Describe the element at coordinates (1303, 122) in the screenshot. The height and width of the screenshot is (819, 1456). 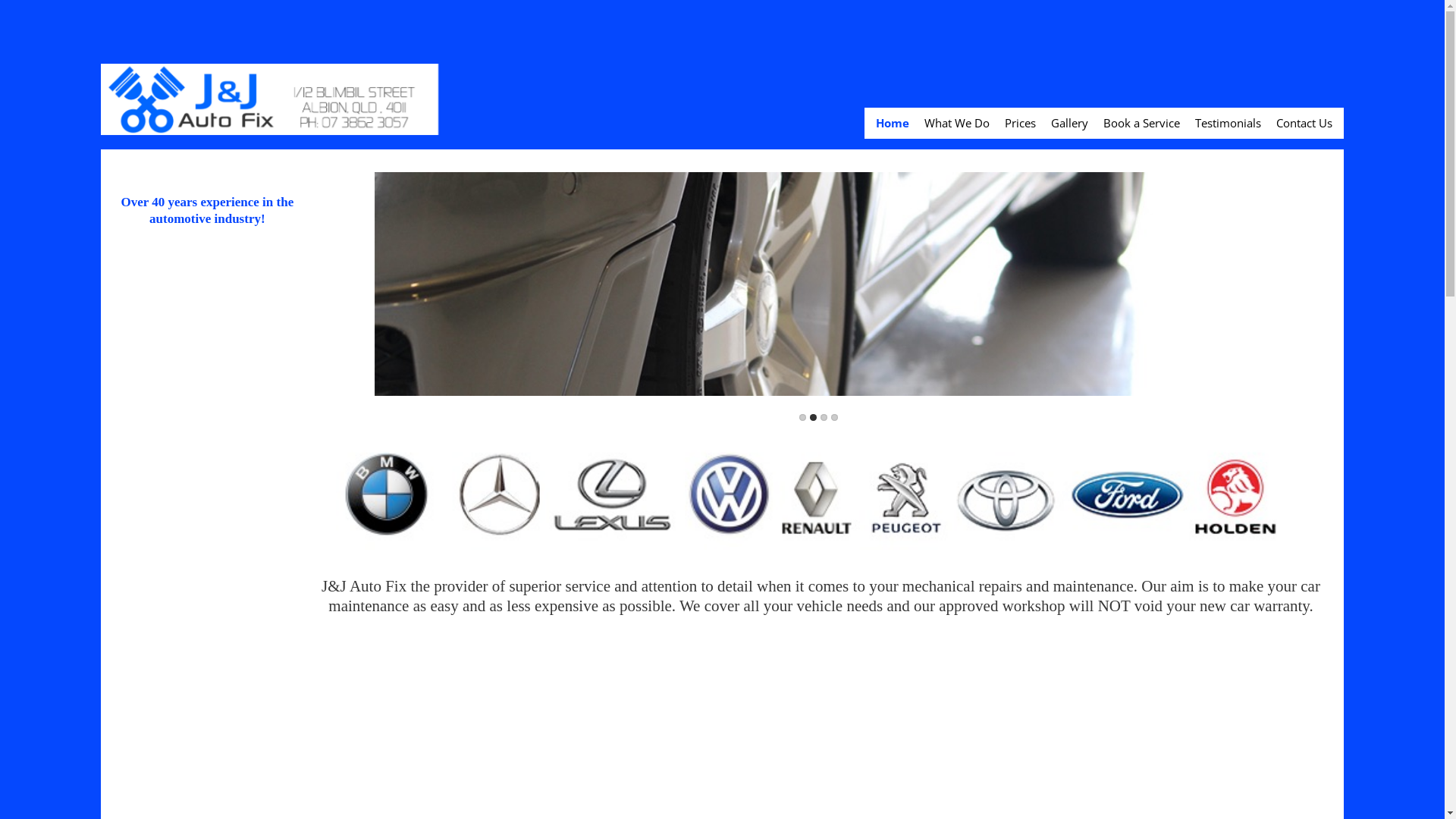
I see `'Contact Us'` at that location.